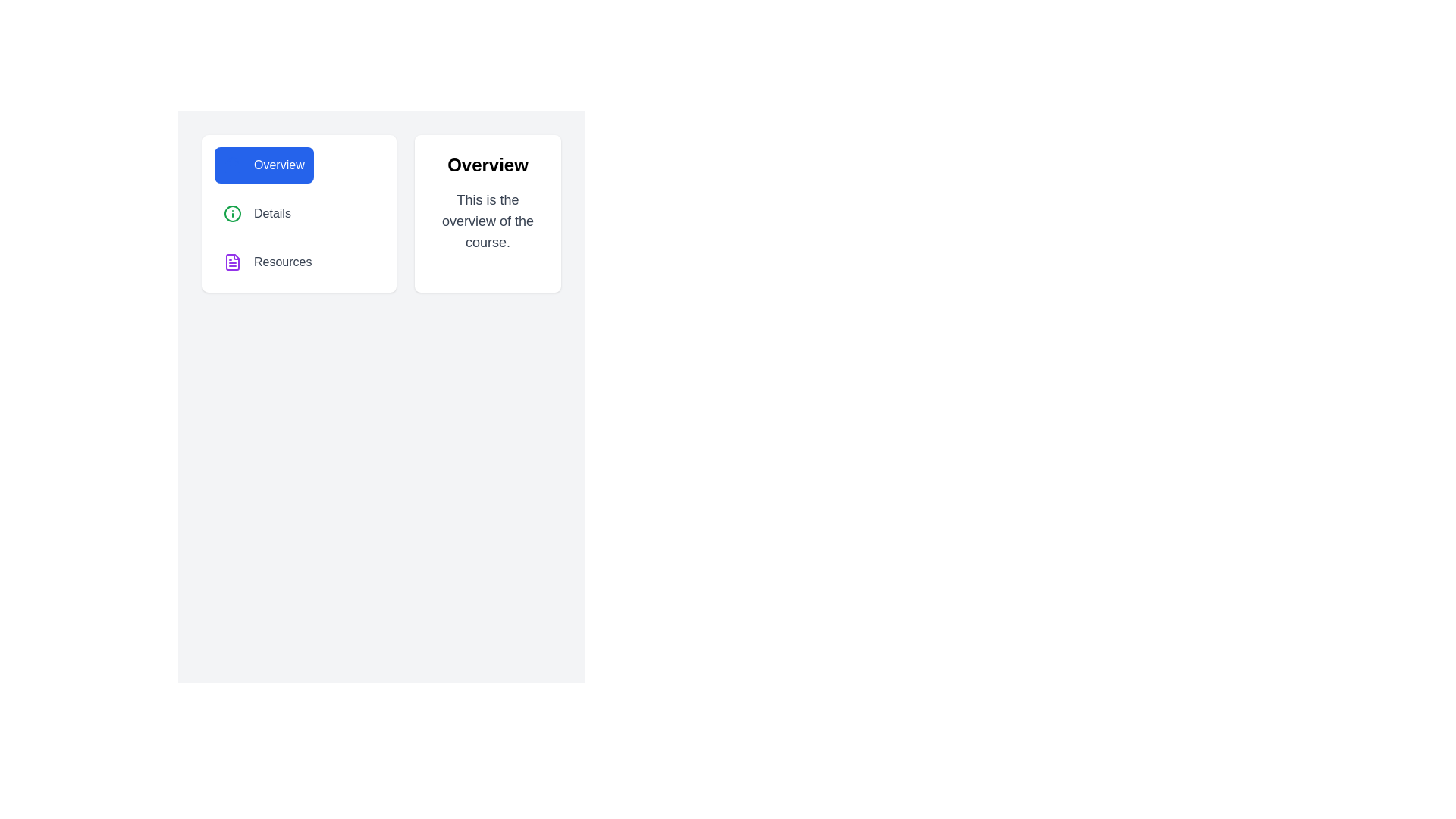  I want to click on the button that navigates to the resources section, located as the third option in the vertical list on the left pane of the white card, beneath 'Details', so click(268, 262).